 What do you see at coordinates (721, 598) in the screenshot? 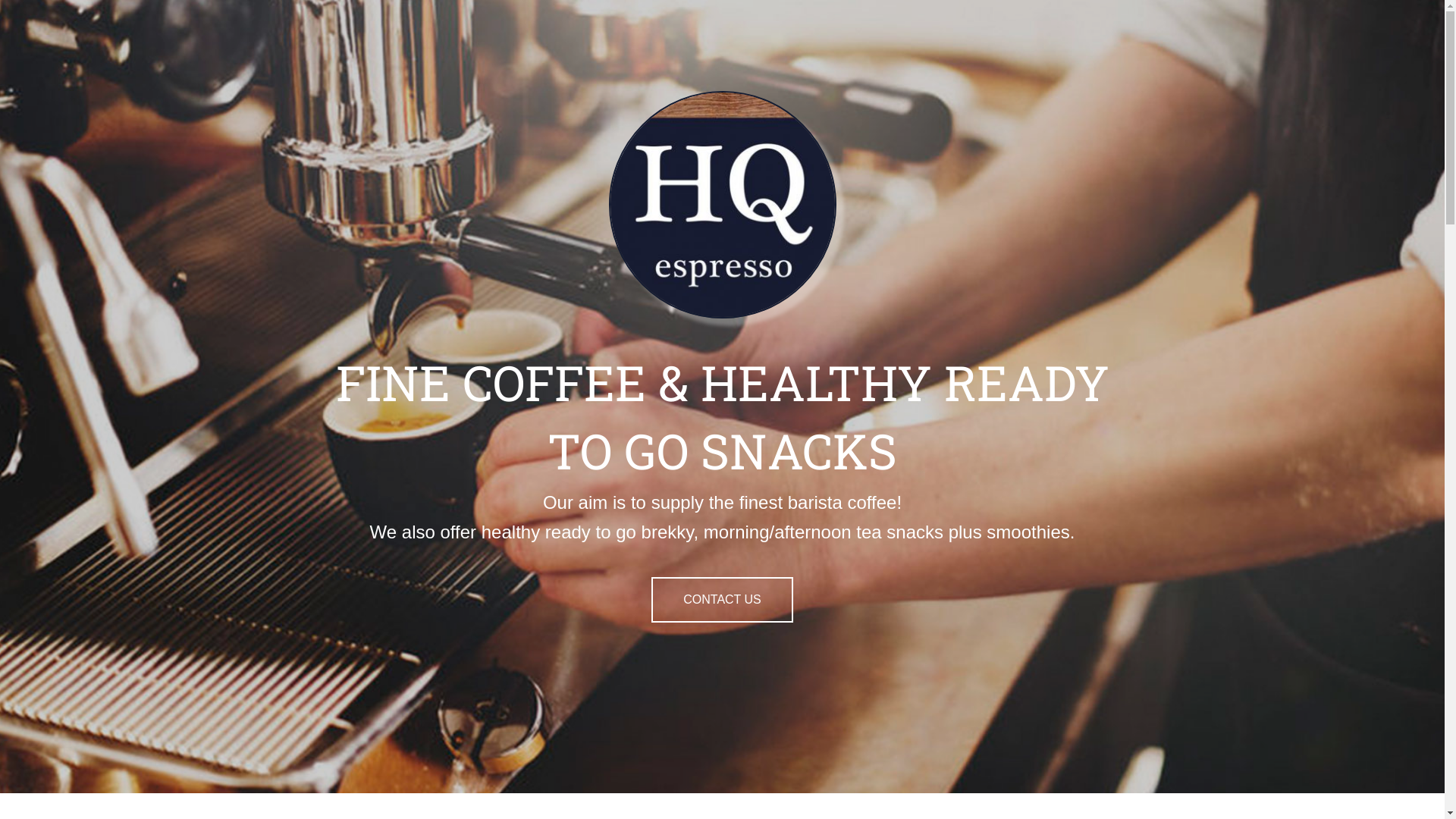
I see `'CONTACT US'` at bounding box center [721, 598].